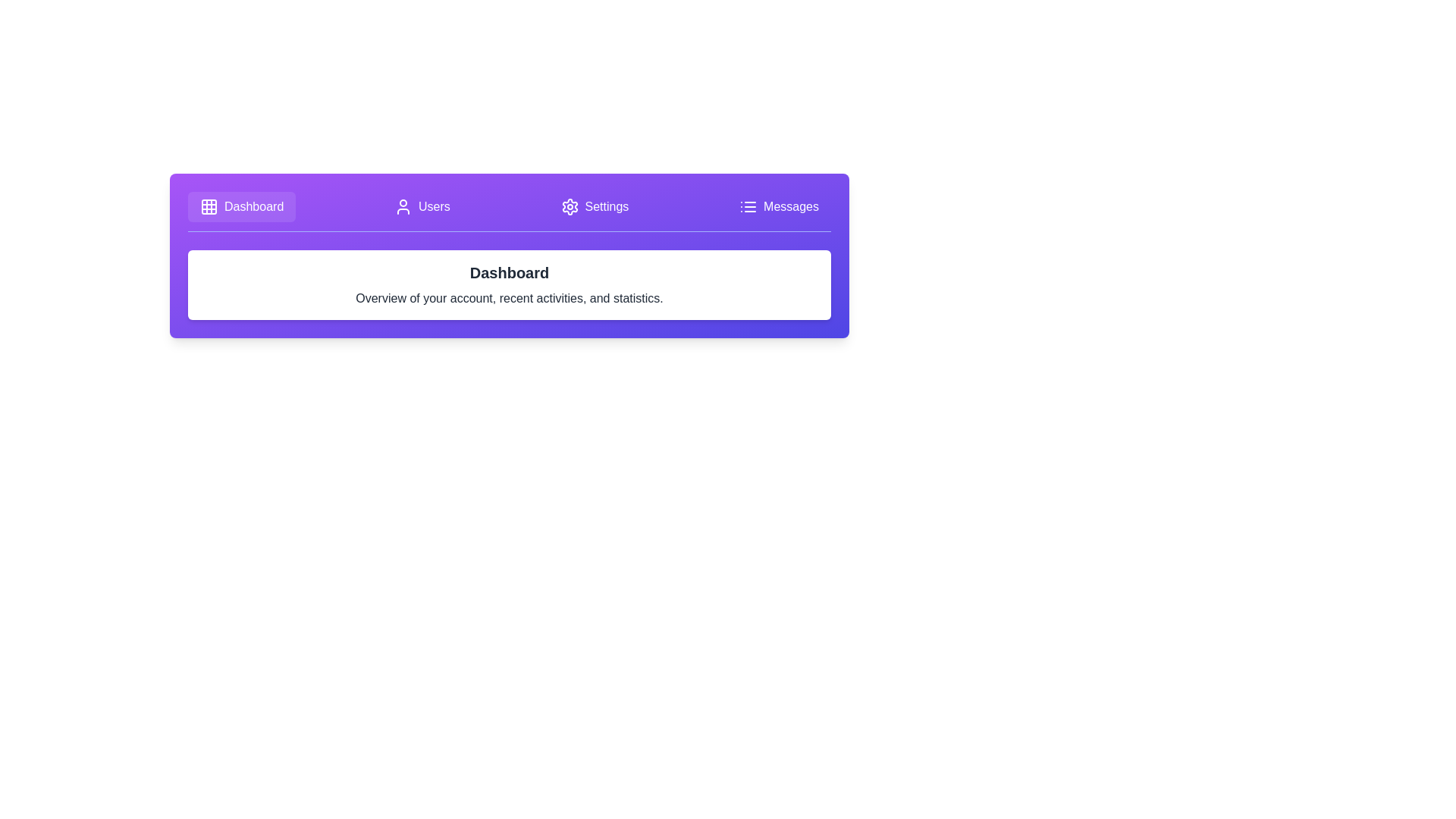 This screenshot has height=819, width=1456. What do you see at coordinates (510, 284) in the screenshot?
I see `overview text from the centered multi-line text block that displays 'Dashboard' and its description about account activities` at bounding box center [510, 284].